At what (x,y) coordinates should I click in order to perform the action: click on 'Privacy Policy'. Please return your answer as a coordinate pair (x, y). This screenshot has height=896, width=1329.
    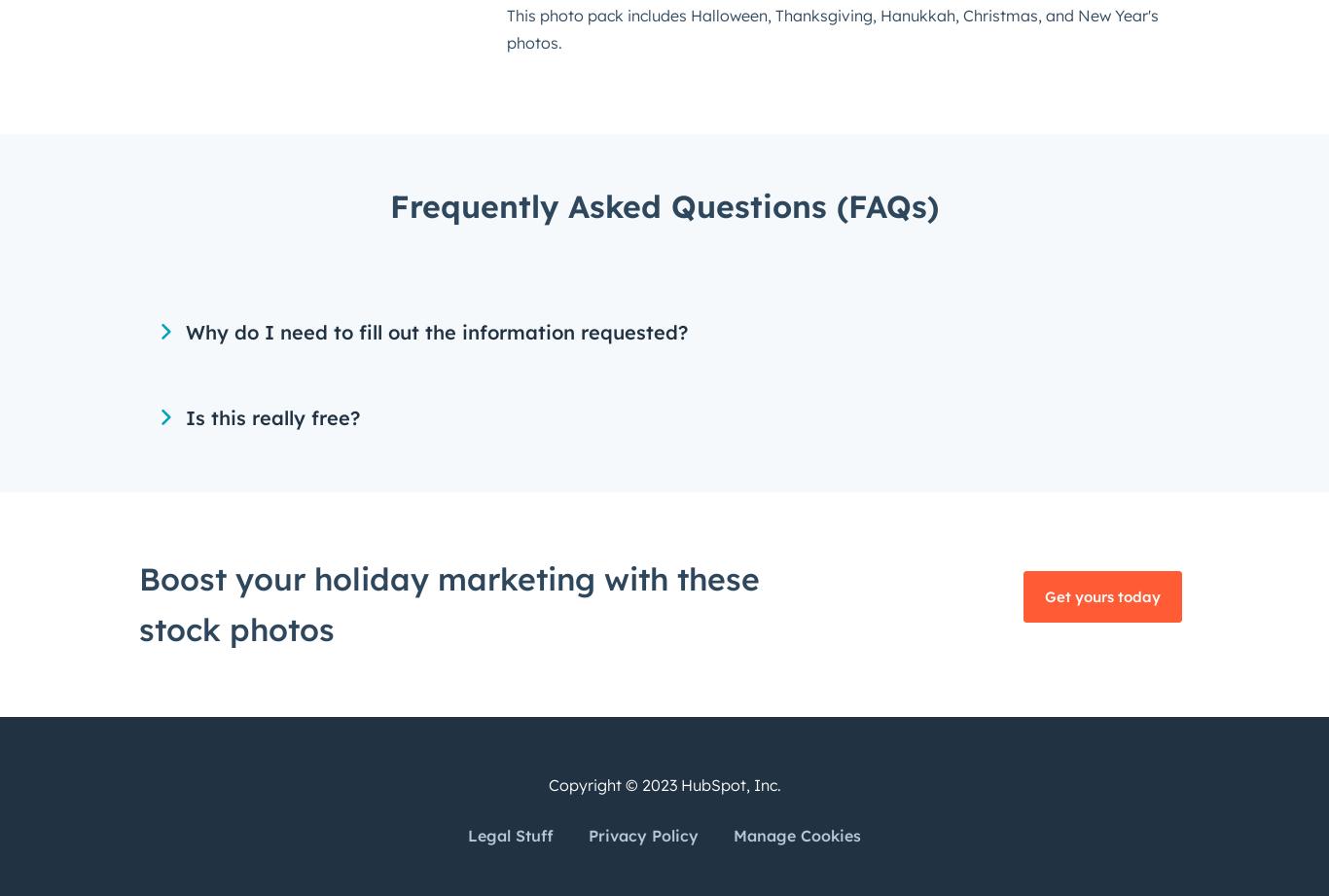
    Looking at the image, I should click on (642, 834).